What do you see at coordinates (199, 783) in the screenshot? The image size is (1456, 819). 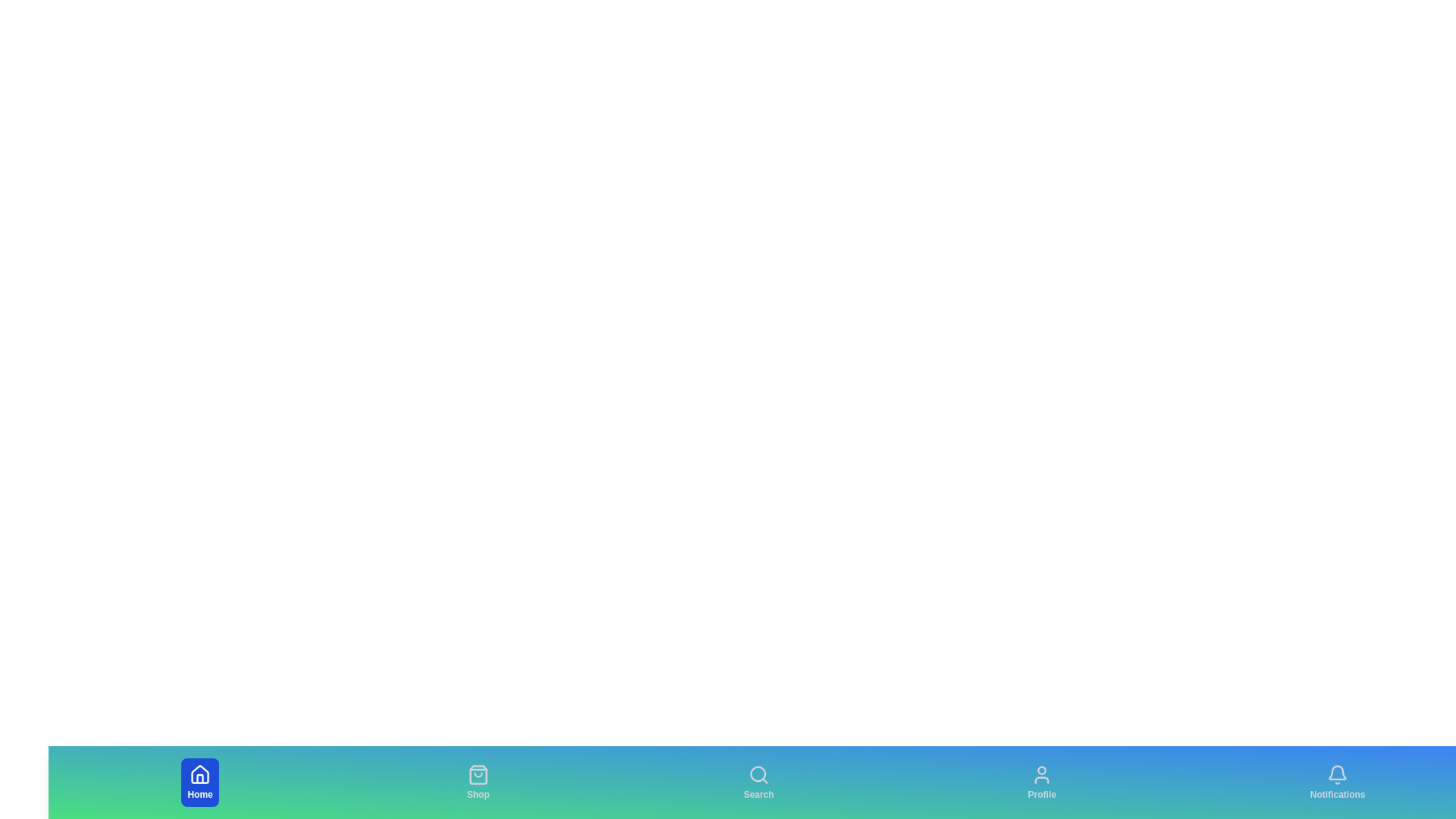 I see `the Home tab to view its hover effects` at bounding box center [199, 783].